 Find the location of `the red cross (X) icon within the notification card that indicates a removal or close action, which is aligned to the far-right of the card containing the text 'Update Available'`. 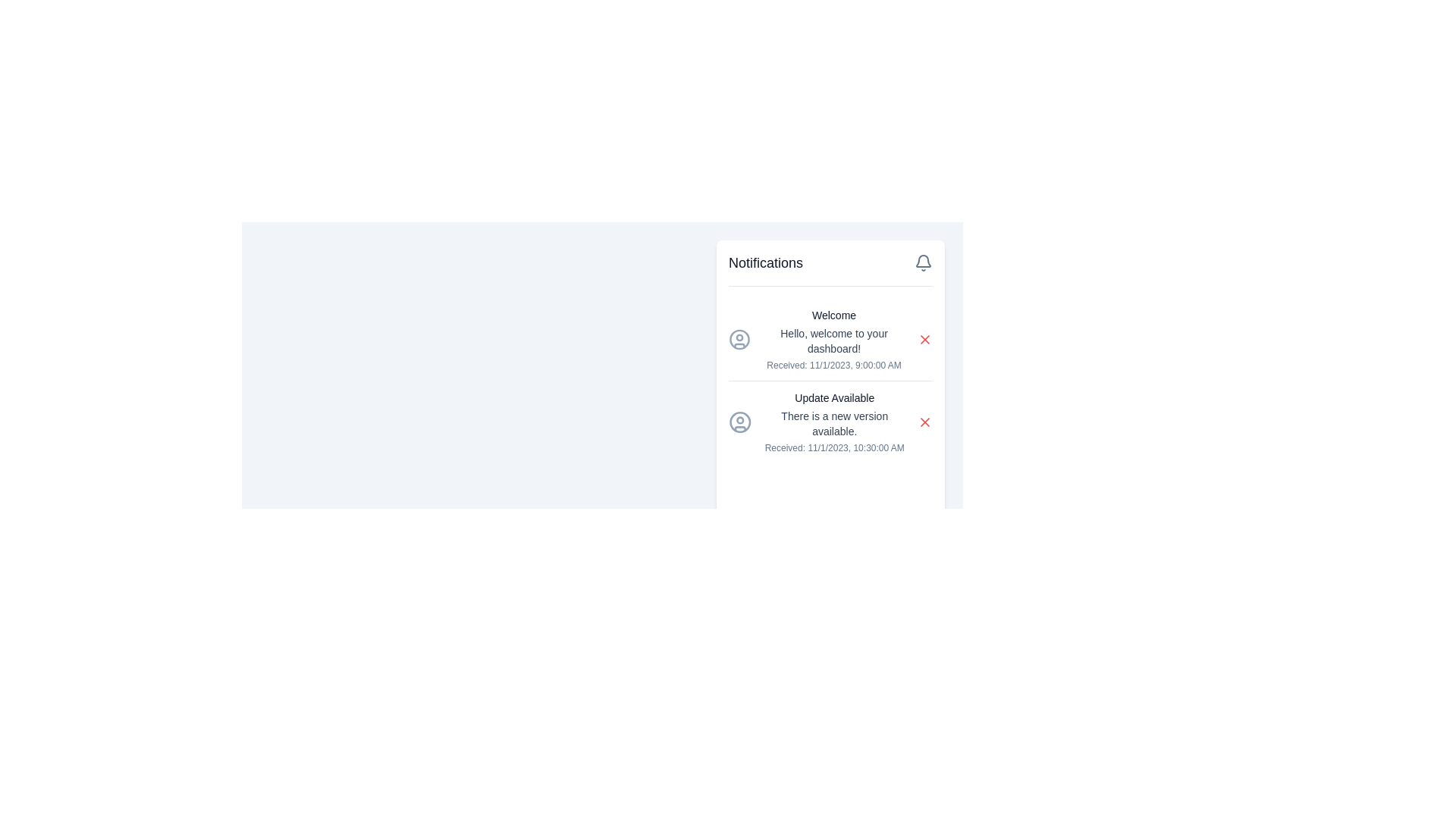

the red cross (X) icon within the notification card that indicates a removal or close action, which is aligned to the far-right of the card containing the text 'Update Available' is located at coordinates (924, 422).